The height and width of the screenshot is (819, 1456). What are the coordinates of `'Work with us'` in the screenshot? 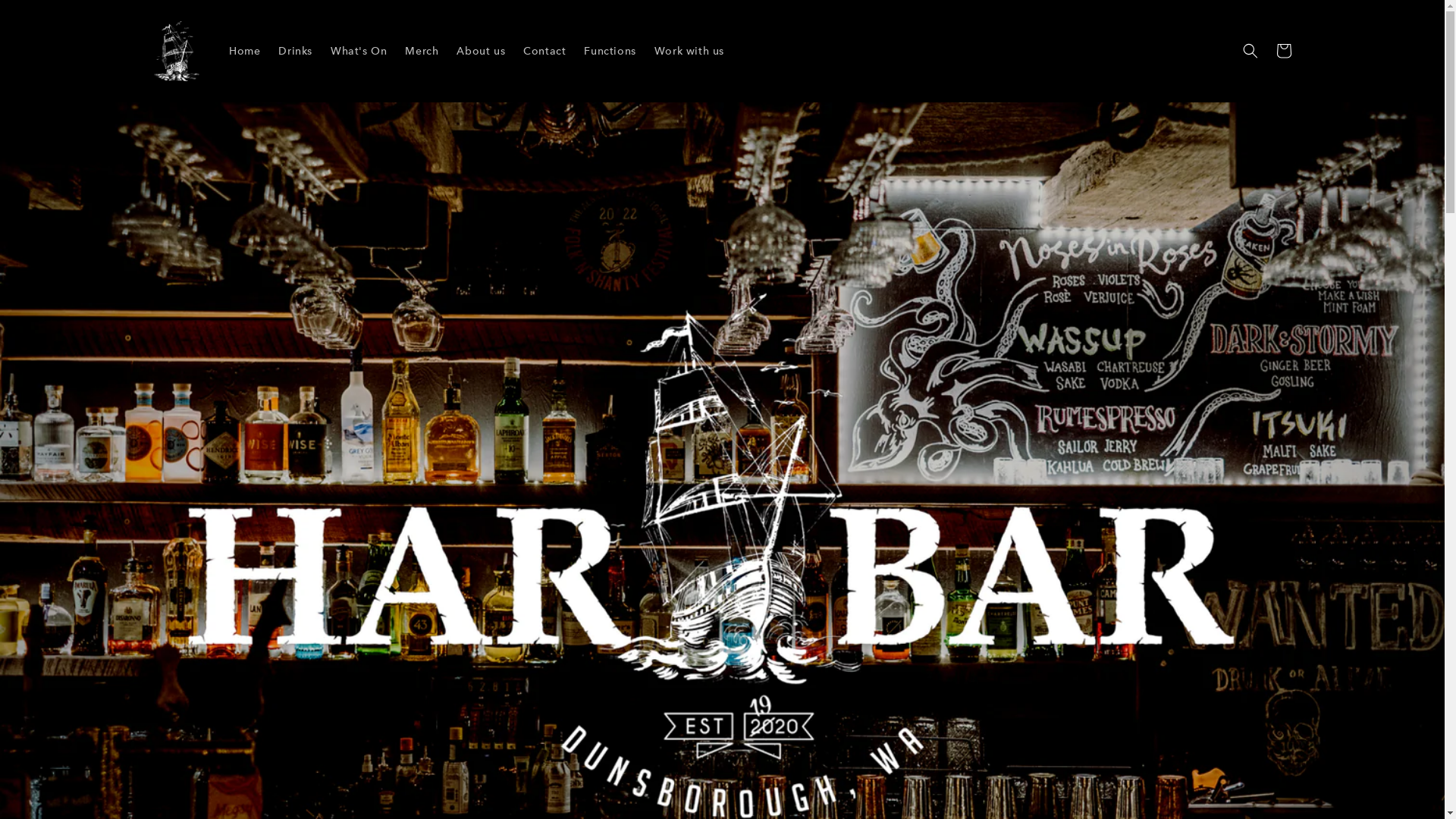 It's located at (645, 49).